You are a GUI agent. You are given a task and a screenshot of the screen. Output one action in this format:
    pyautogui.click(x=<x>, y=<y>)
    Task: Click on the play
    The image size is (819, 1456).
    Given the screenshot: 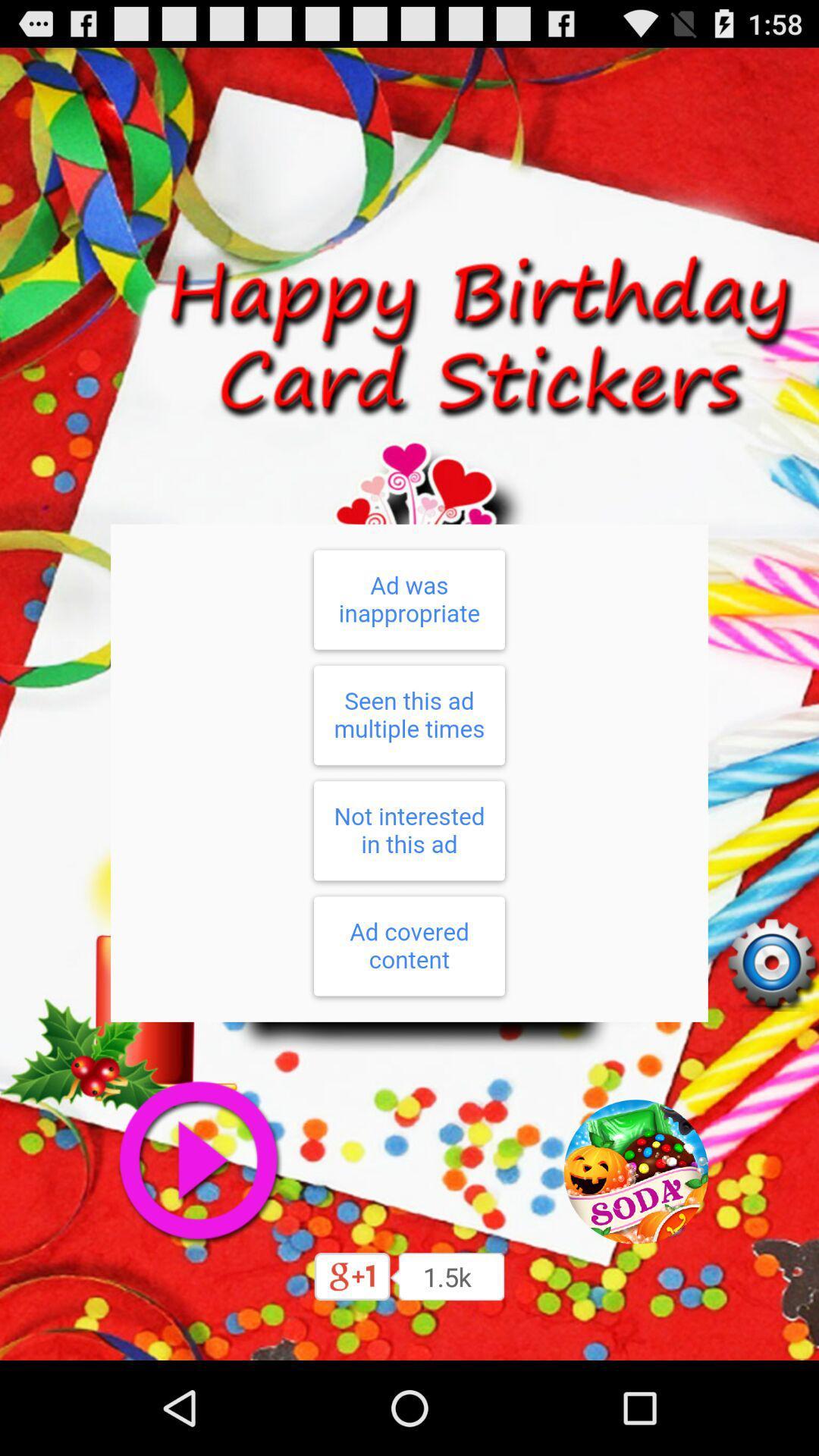 What is the action you would take?
    pyautogui.click(x=197, y=1160)
    